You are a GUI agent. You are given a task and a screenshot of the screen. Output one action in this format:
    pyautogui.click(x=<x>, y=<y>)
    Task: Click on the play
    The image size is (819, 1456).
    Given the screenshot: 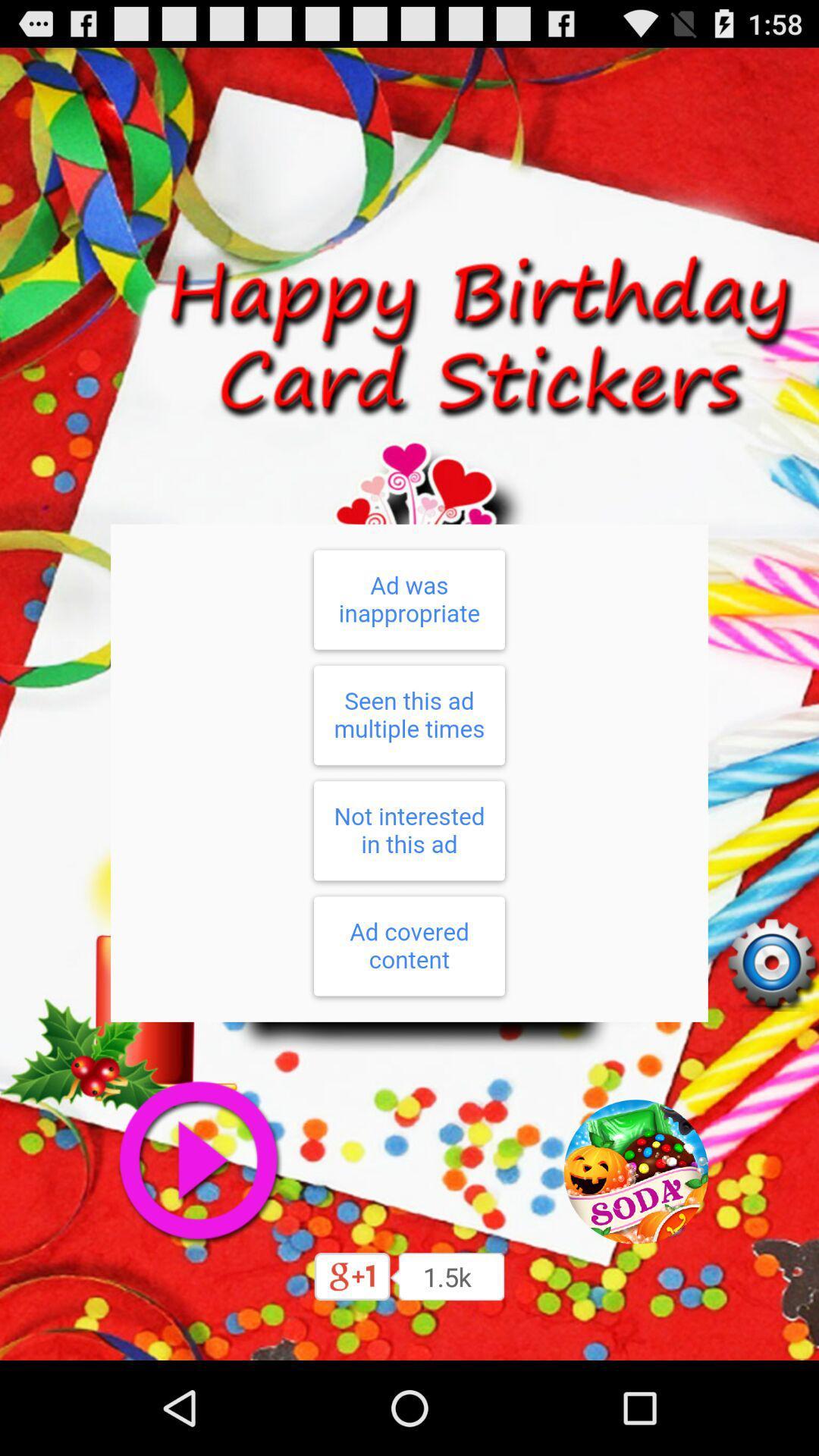 What is the action you would take?
    pyautogui.click(x=197, y=1160)
    